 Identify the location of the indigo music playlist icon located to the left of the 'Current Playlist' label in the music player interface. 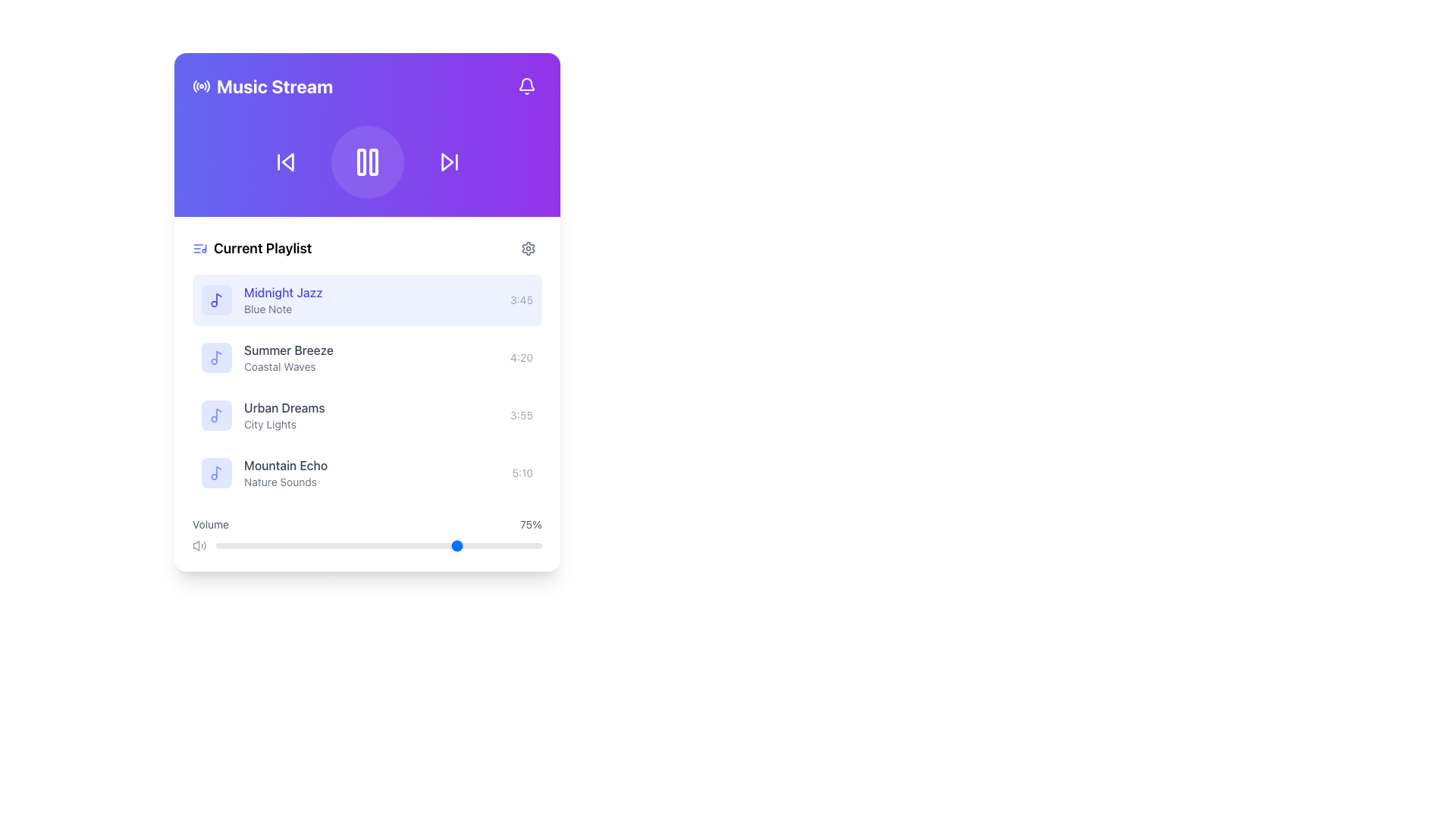
(199, 247).